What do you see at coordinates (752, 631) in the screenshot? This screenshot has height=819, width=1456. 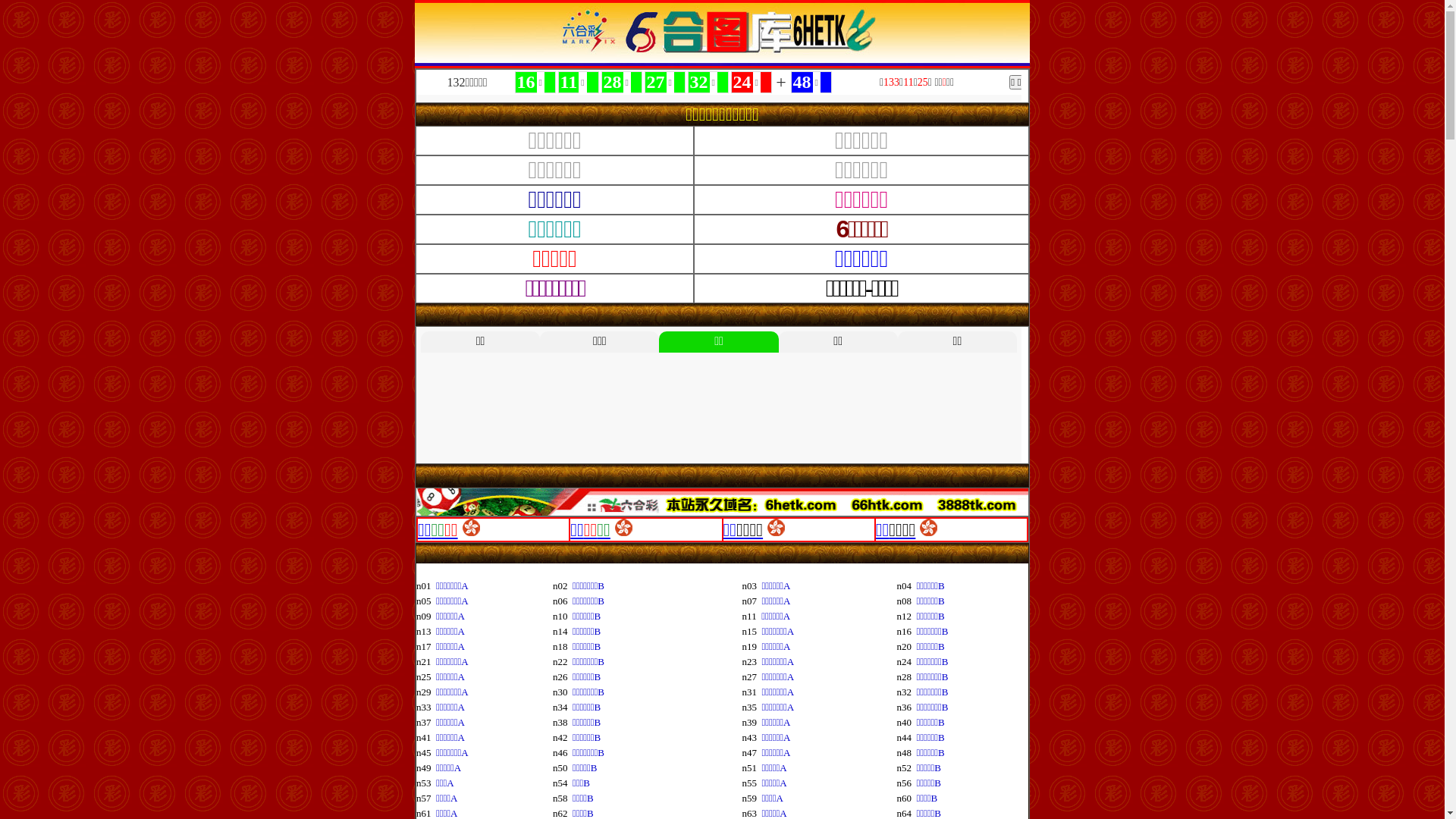 I see `'n15 '` at bounding box center [752, 631].